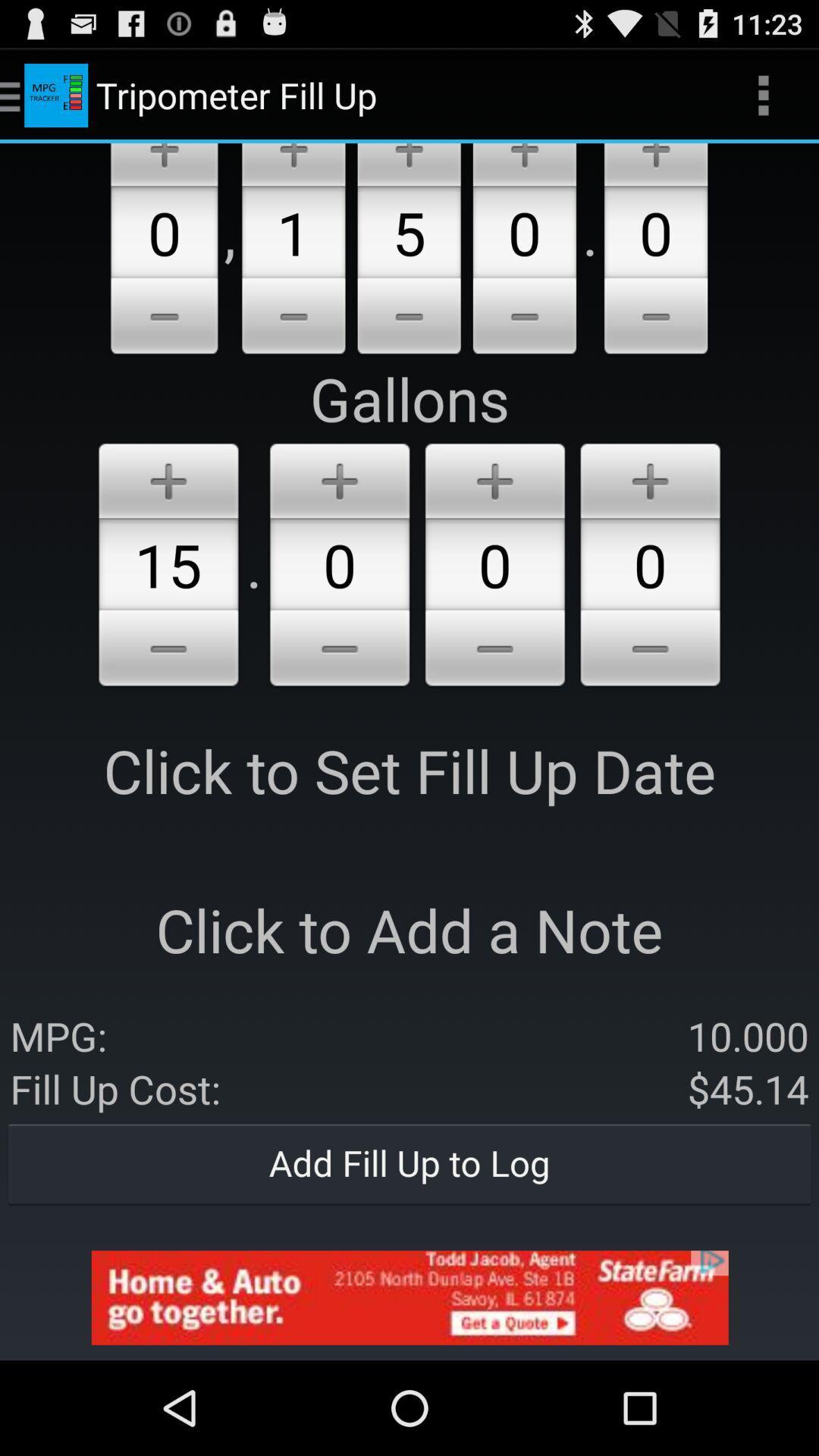  I want to click on fill up to the date, so click(168, 651).